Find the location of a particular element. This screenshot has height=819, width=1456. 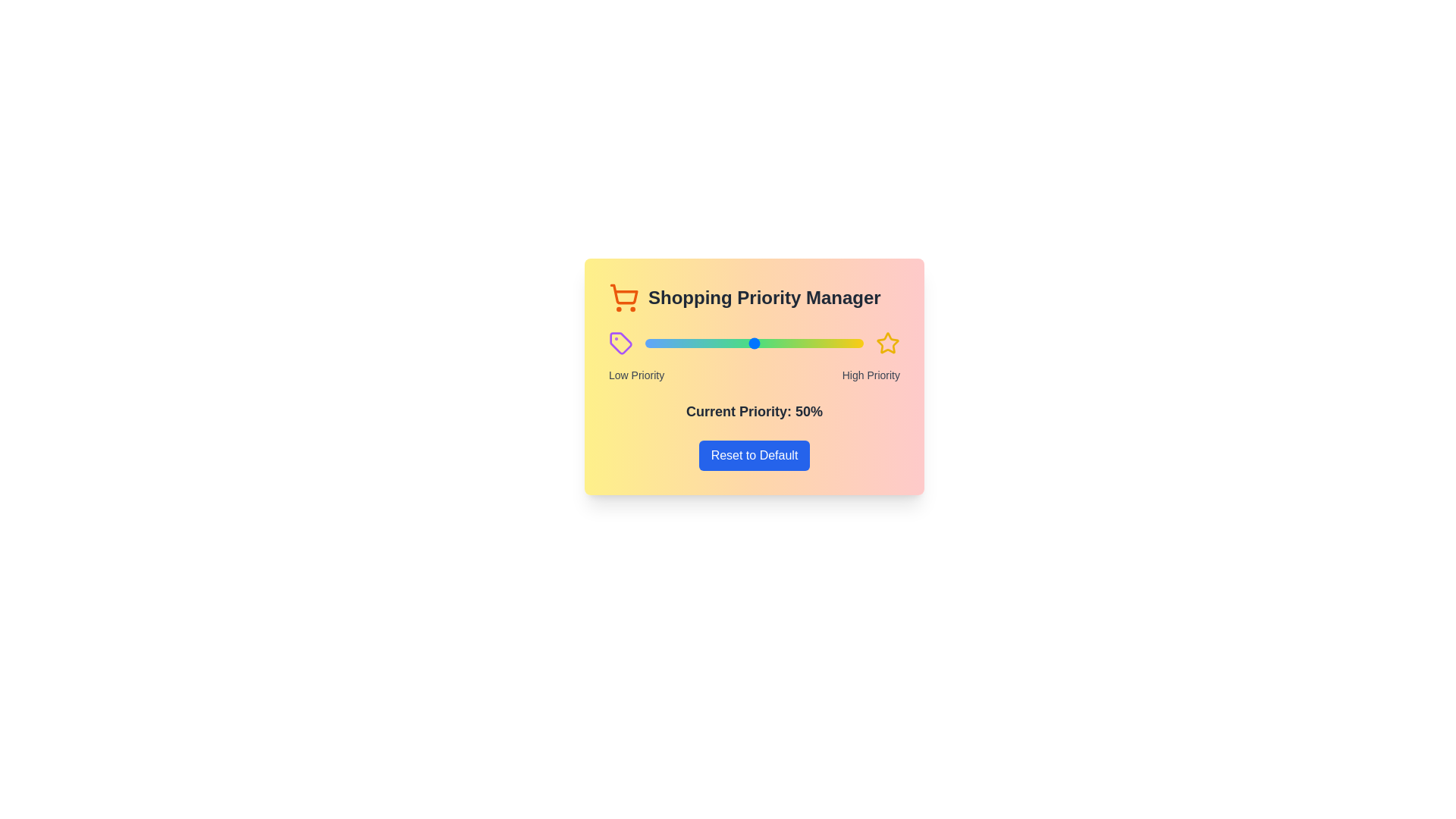

the star_icon to display additional information is located at coordinates (888, 343).